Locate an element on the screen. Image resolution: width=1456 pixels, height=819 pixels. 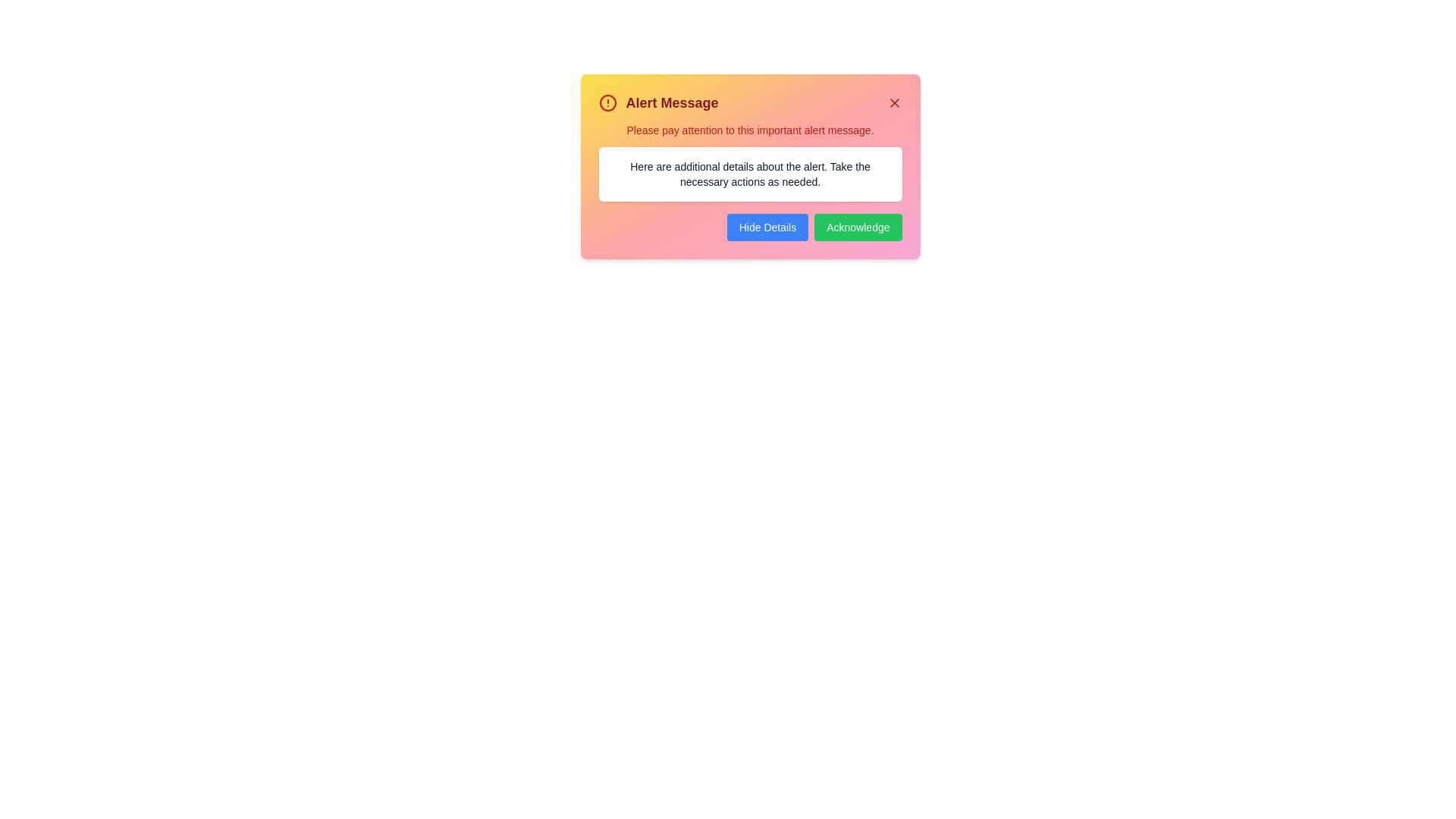
the close button to close the notification is located at coordinates (894, 102).